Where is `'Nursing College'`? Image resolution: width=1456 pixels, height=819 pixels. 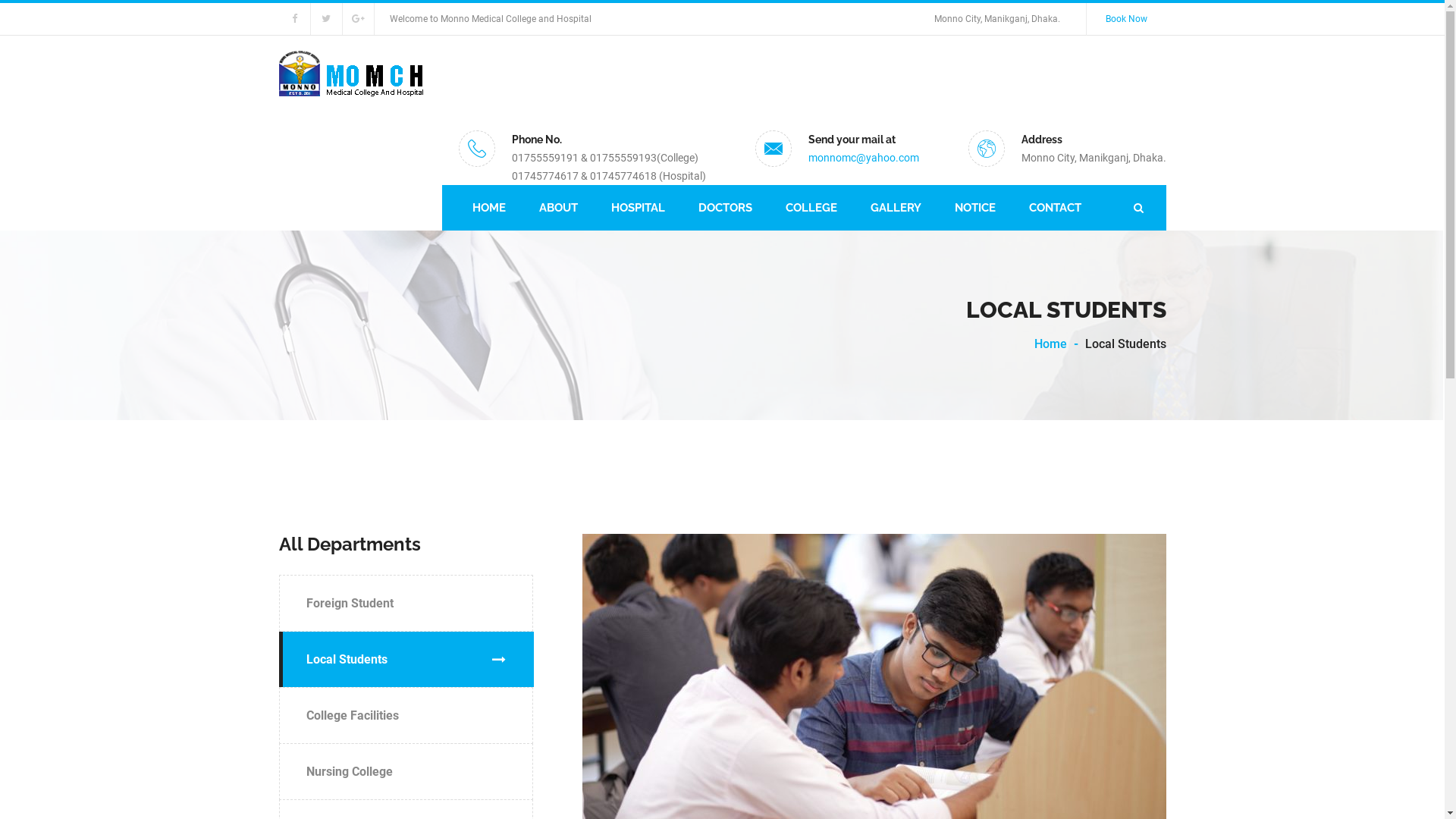 'Nursing College' is located at coordinates (406, 771).